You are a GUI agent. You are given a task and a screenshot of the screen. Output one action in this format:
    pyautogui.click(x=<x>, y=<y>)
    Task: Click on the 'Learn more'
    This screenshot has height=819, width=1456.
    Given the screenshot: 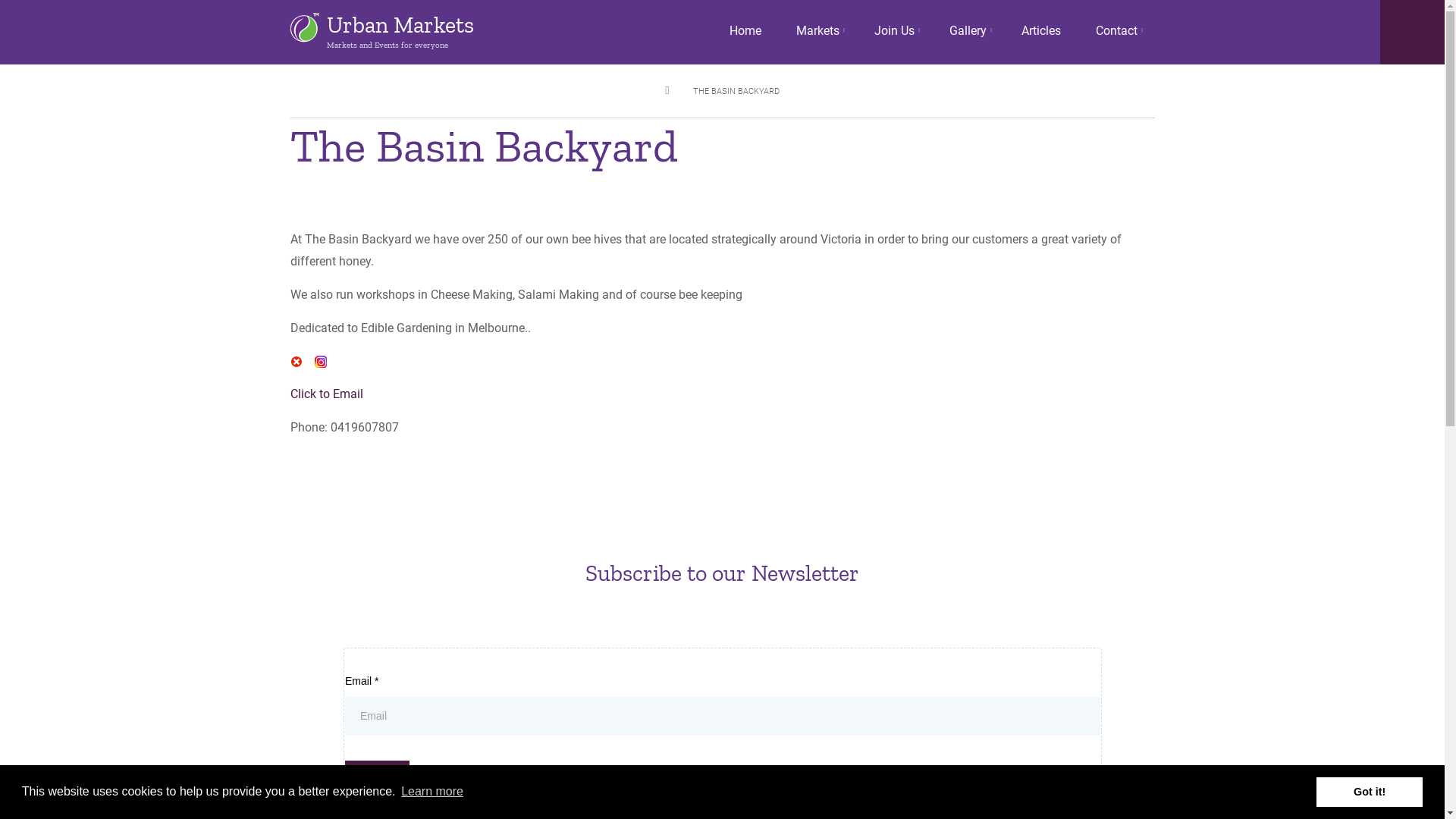 What is the action you would take?
    pyautogui.click(x=431, y=791)
    